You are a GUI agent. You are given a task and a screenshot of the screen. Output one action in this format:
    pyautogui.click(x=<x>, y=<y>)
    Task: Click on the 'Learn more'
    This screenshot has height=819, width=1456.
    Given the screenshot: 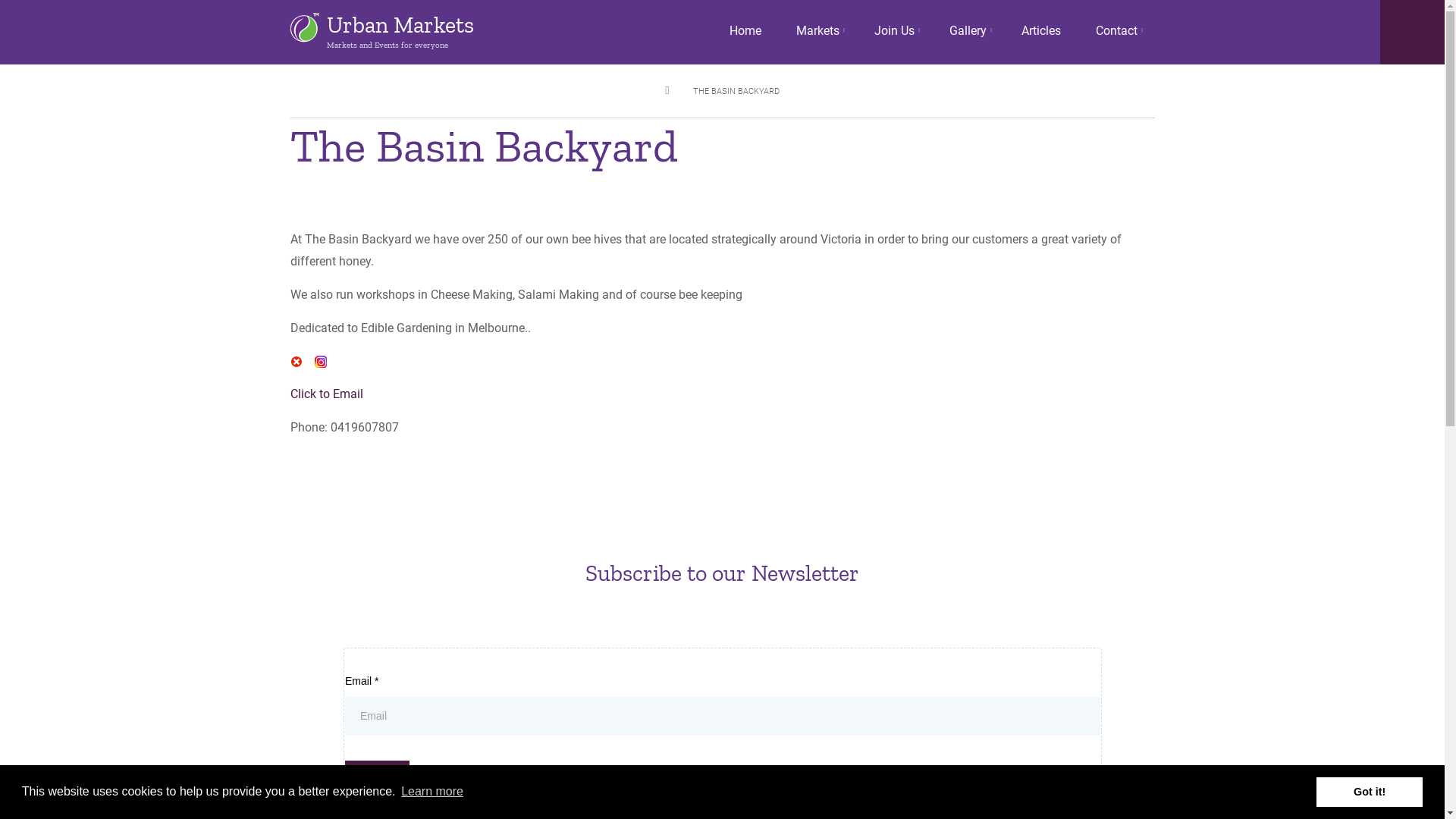 What is the action you would take?
    pyautogui.click(x=431, y=791)
    